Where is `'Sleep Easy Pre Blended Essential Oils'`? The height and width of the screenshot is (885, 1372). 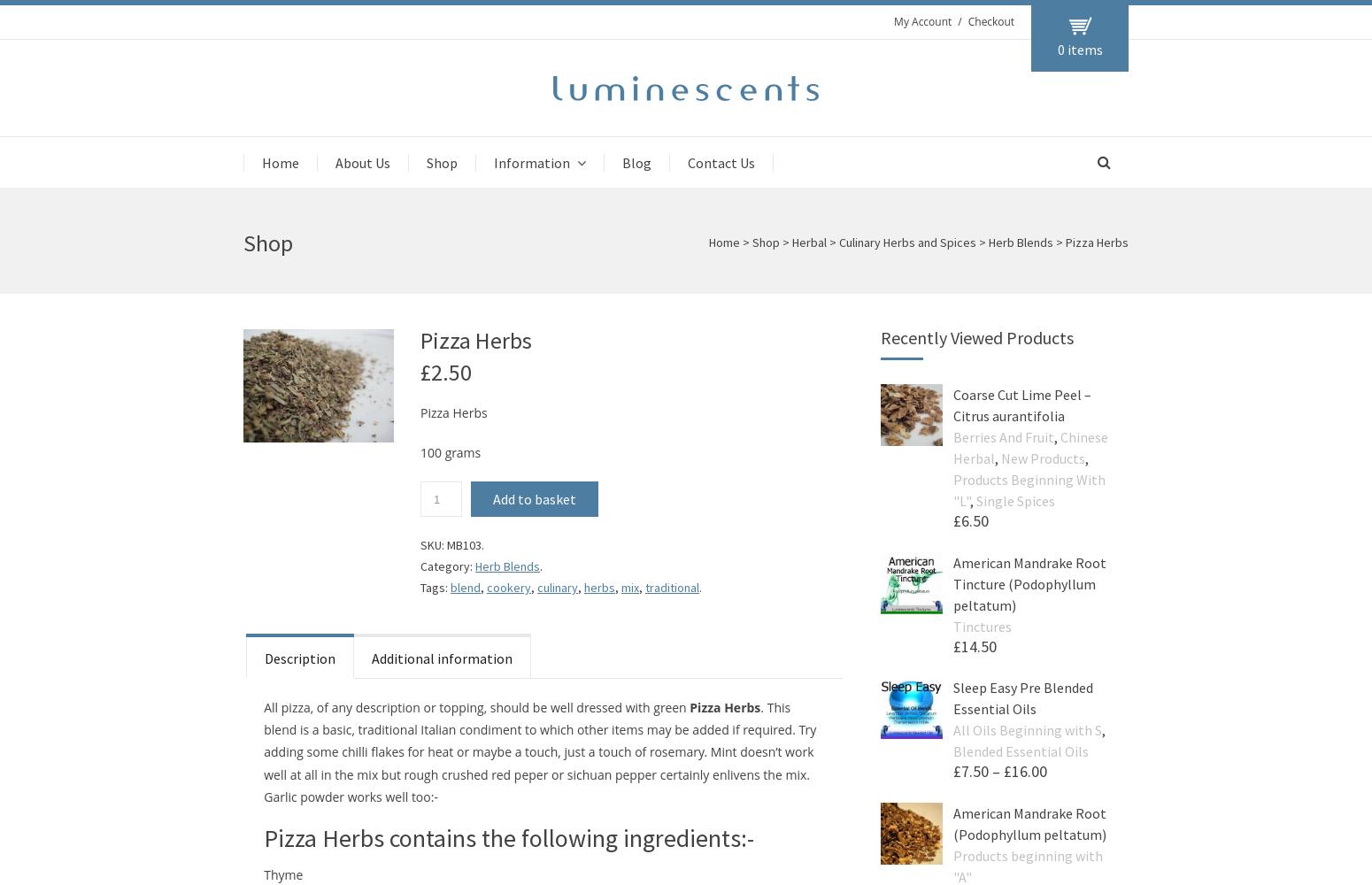
'Sleep Easy Pre Blended Essential Oils' is located at coordinates (1021, 698).